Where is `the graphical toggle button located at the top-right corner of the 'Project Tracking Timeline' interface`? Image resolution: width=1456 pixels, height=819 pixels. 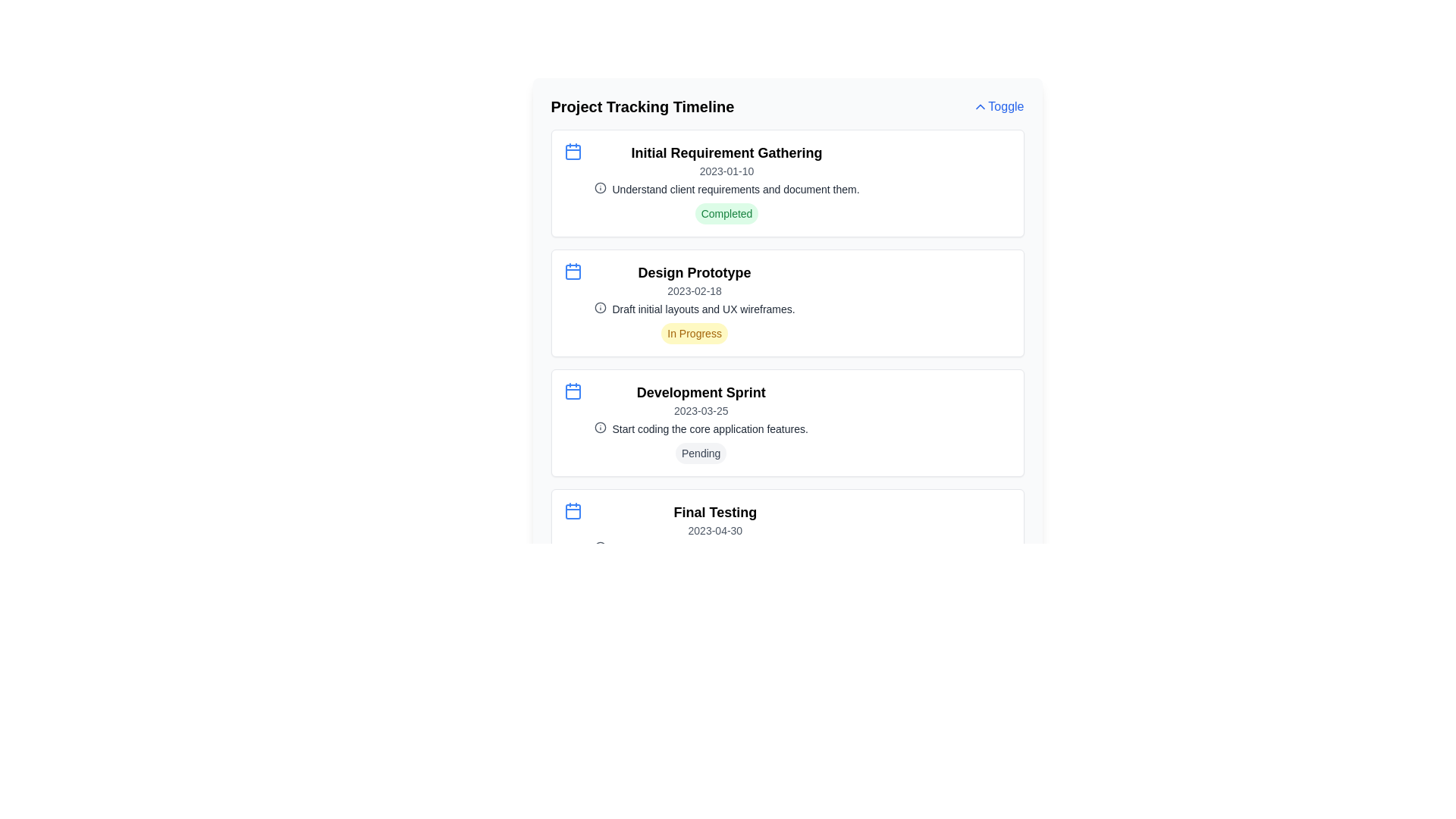 the graphical toggle button located at the top-right corner of the 'Project Tracking Timeline' interface is located at coordinates (981, 106).